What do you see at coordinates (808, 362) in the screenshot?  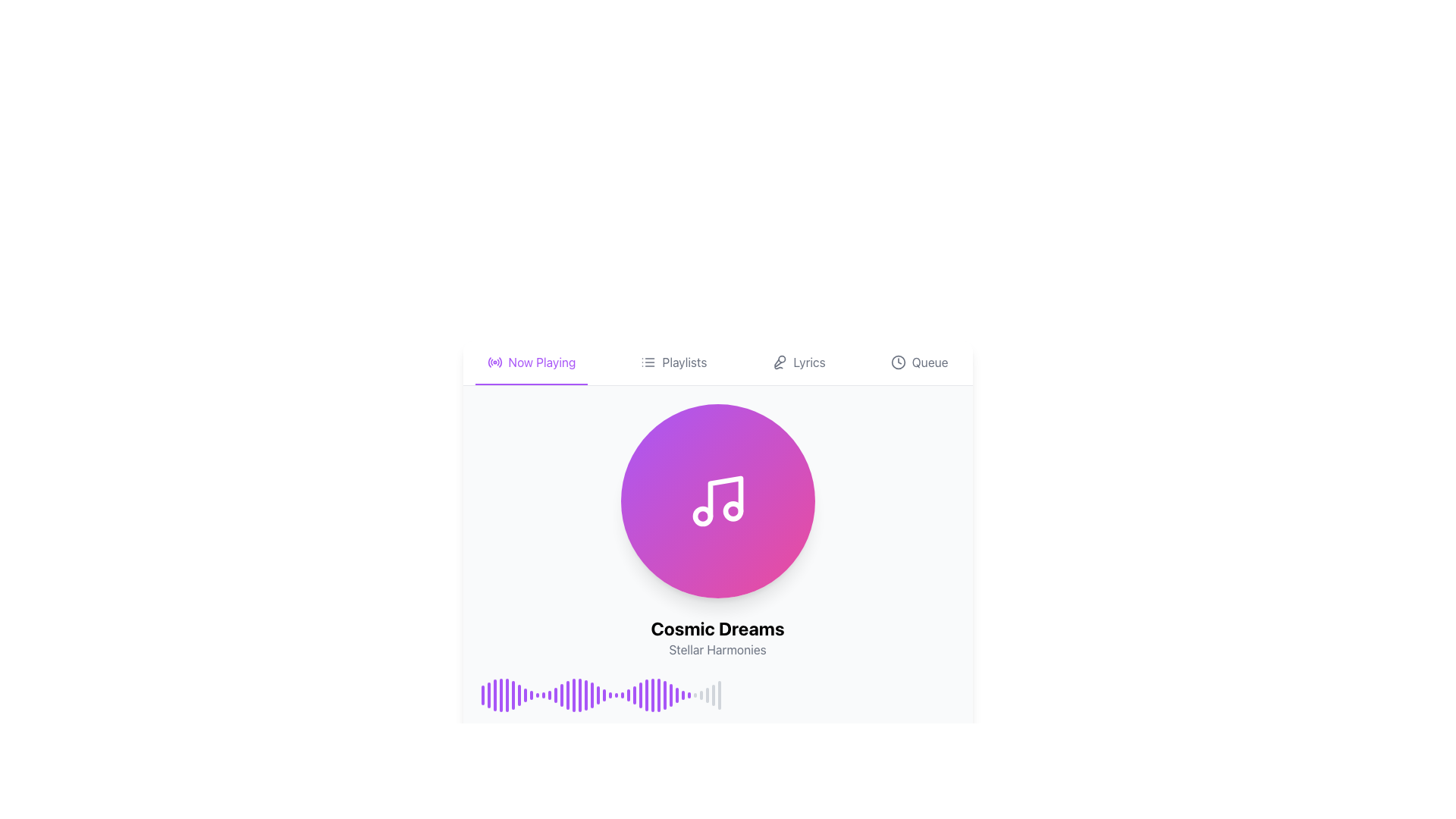 I see `the 'Lyrics' label, which is styled in gray sans-serif font and positioned to the right of the 'Playlists' button in the upper portion of the interface` at bounding box center [808, 362].